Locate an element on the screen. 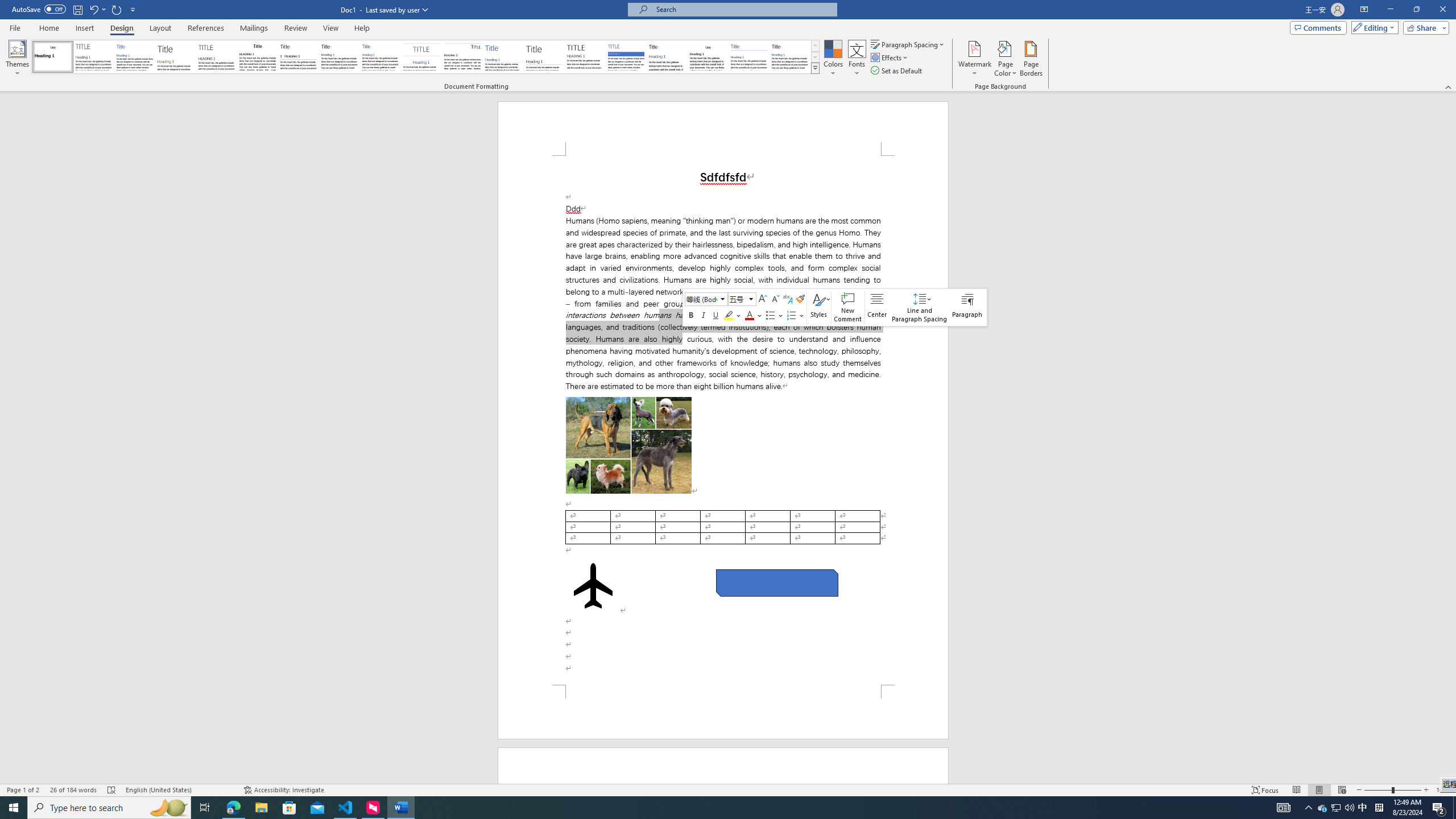 The height and width of the screenshot is (819, 1456). 'Word 2013' is located at coordinates (791, 56).